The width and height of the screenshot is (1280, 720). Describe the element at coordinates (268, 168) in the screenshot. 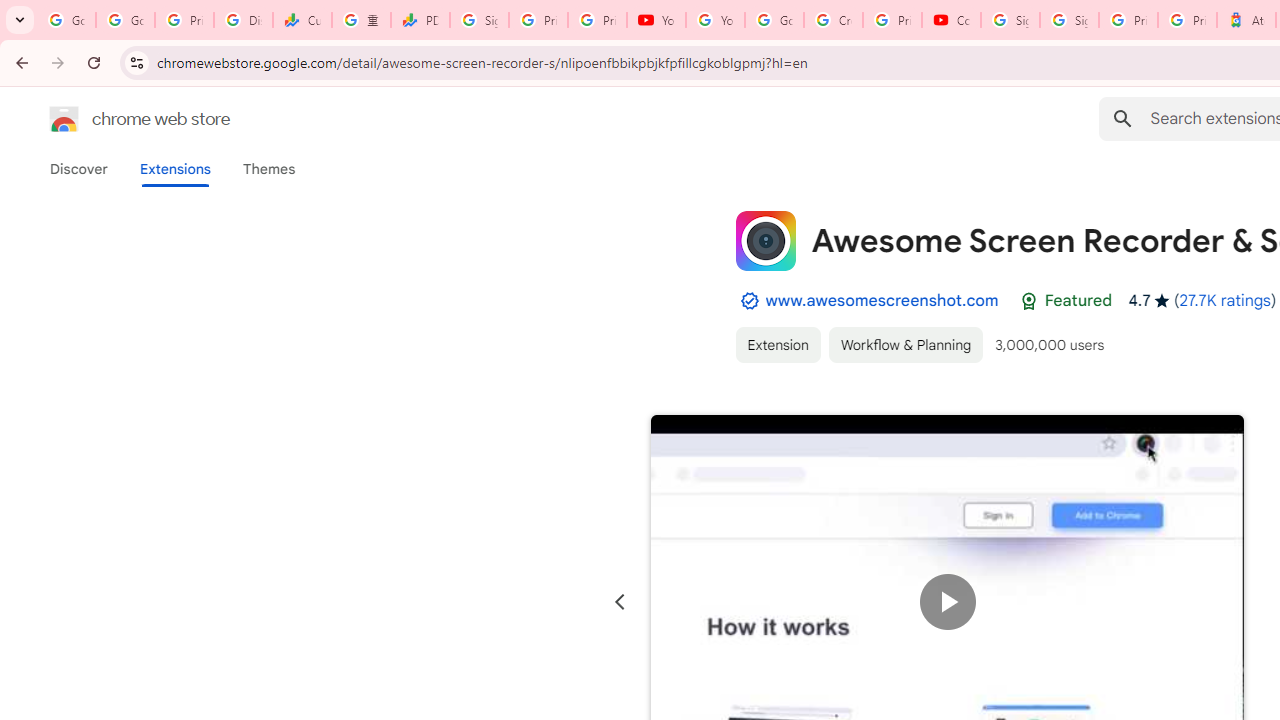

I see `'Themes'` at that location.